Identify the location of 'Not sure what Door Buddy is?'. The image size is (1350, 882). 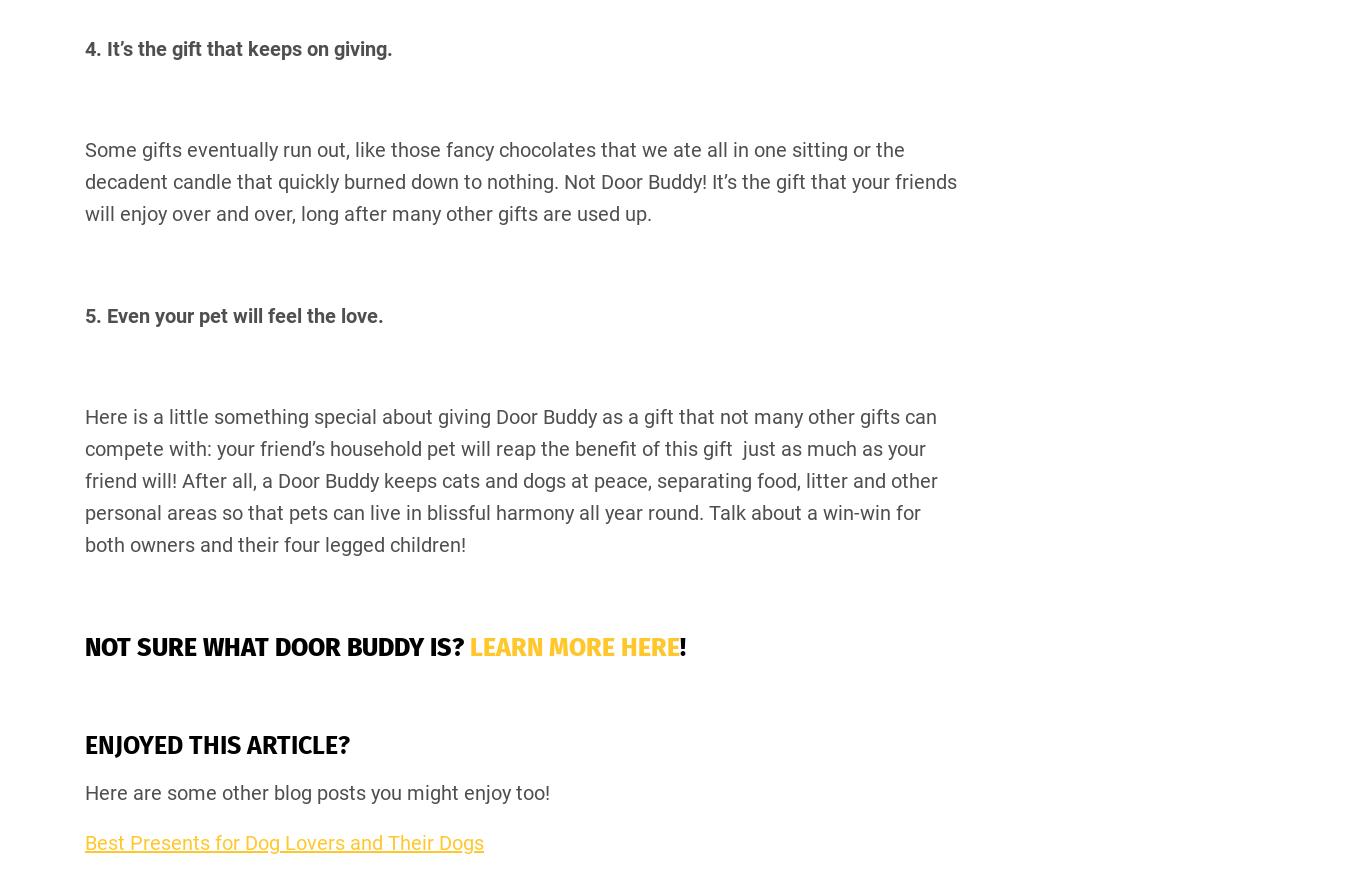
(276, 647).